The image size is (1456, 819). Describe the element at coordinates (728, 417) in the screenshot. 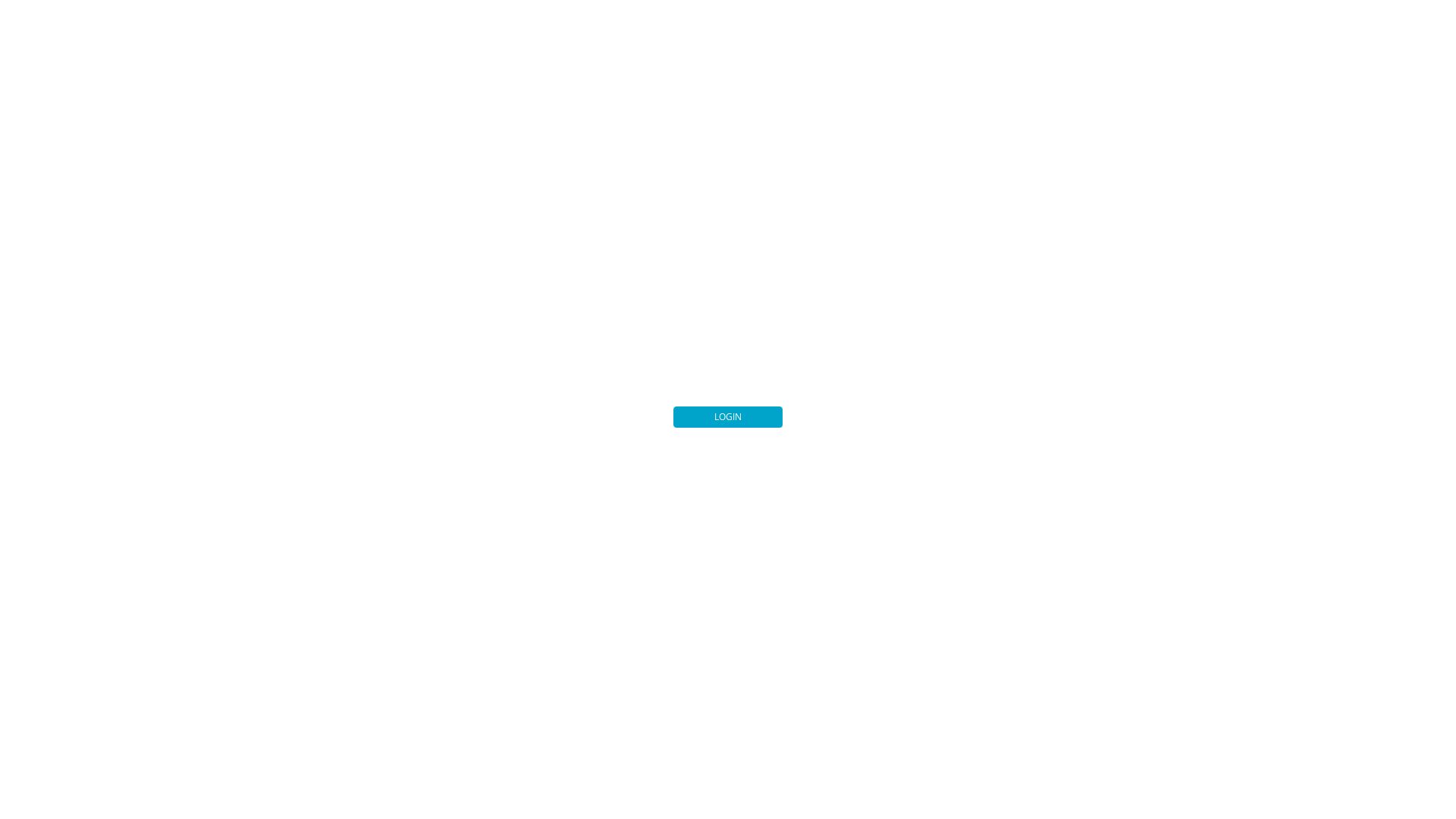

I see `'LOGIN'` at that location.